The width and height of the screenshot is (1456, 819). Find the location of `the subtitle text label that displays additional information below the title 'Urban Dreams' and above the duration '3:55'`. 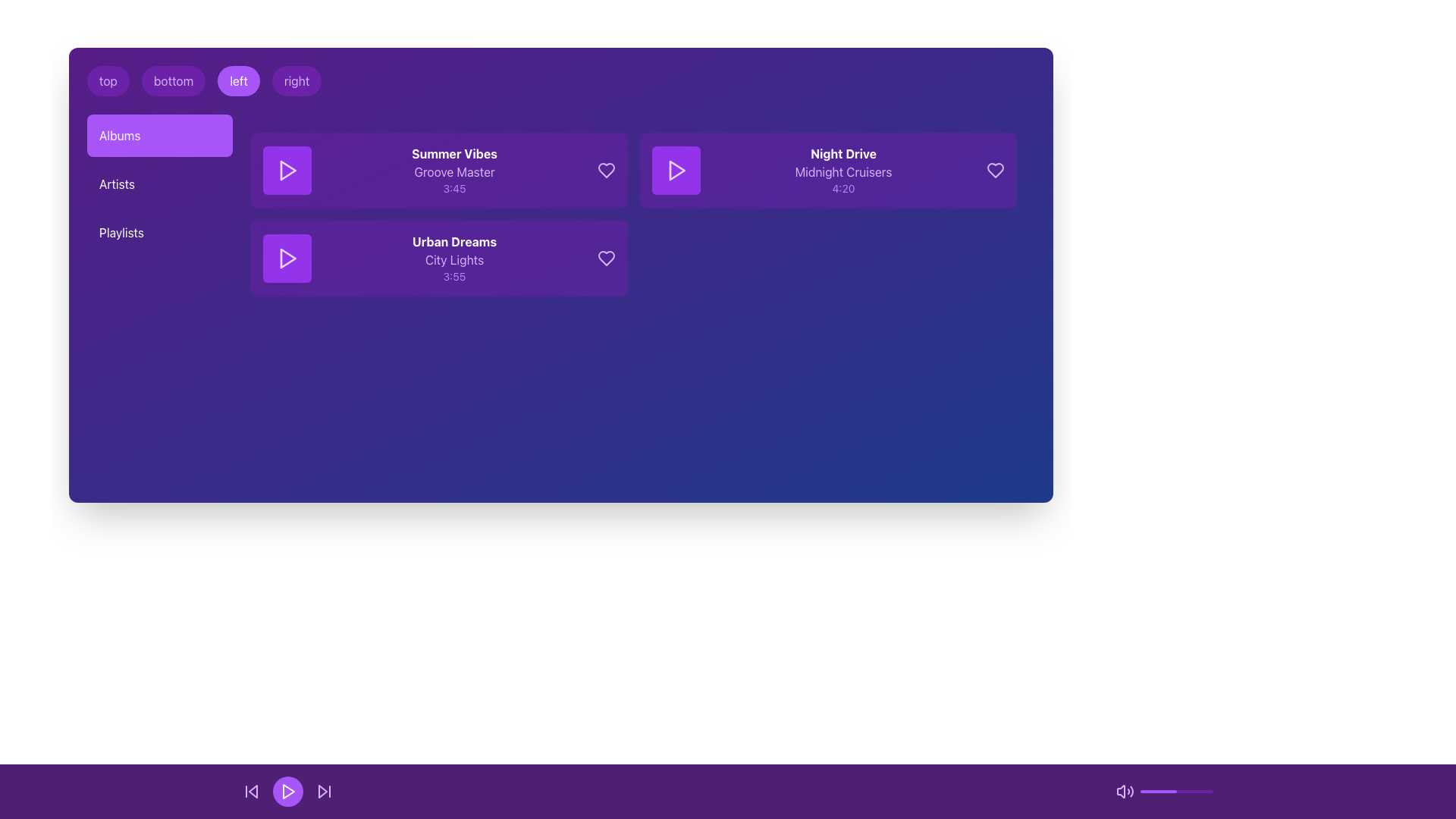

the subtitle text label that displays additional information below the title 'Urban Dreams' and above the duration '3:55' is located at coordinates (453, 259).